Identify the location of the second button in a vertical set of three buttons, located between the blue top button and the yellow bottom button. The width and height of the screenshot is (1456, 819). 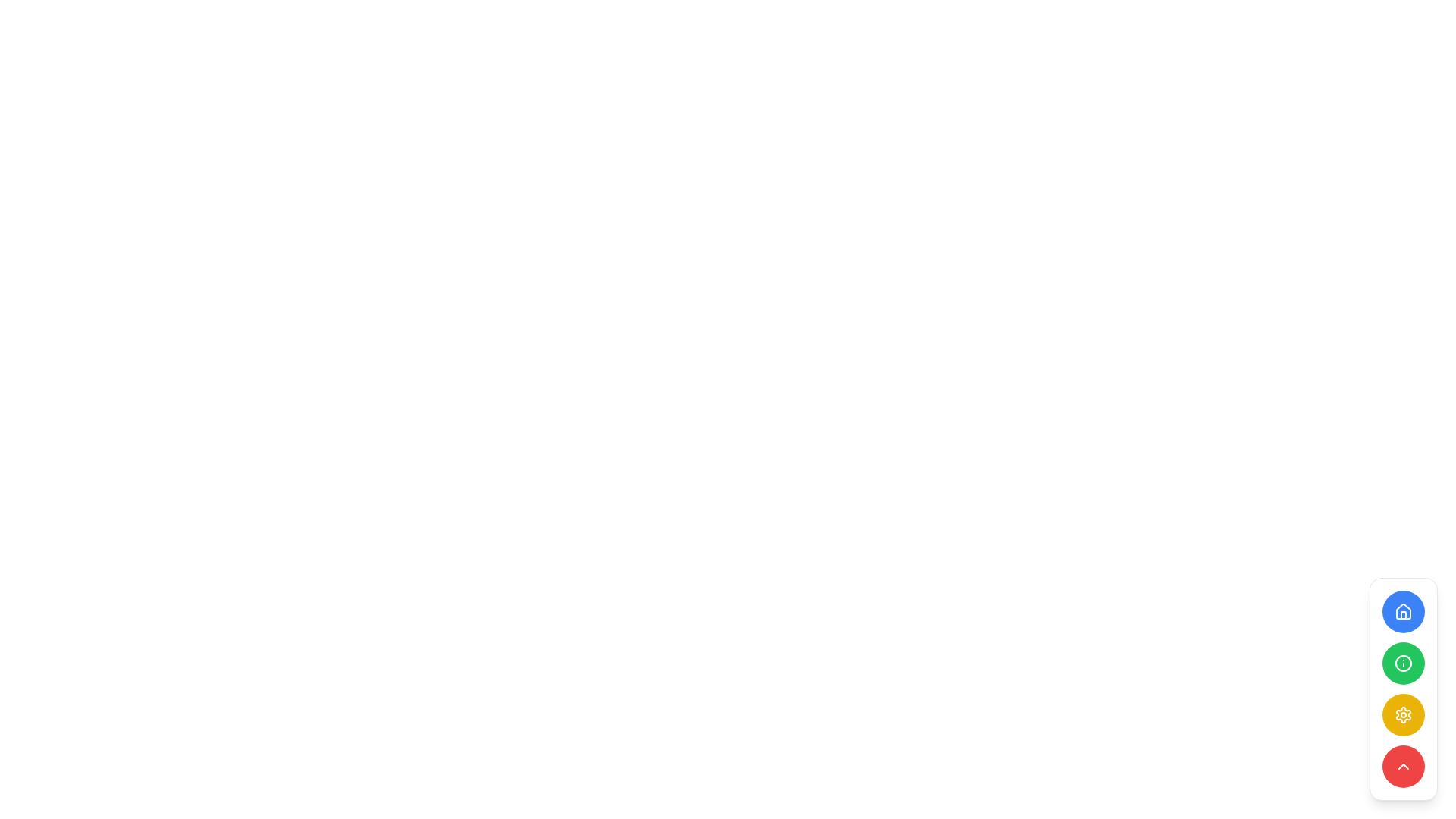
(1403, 663).